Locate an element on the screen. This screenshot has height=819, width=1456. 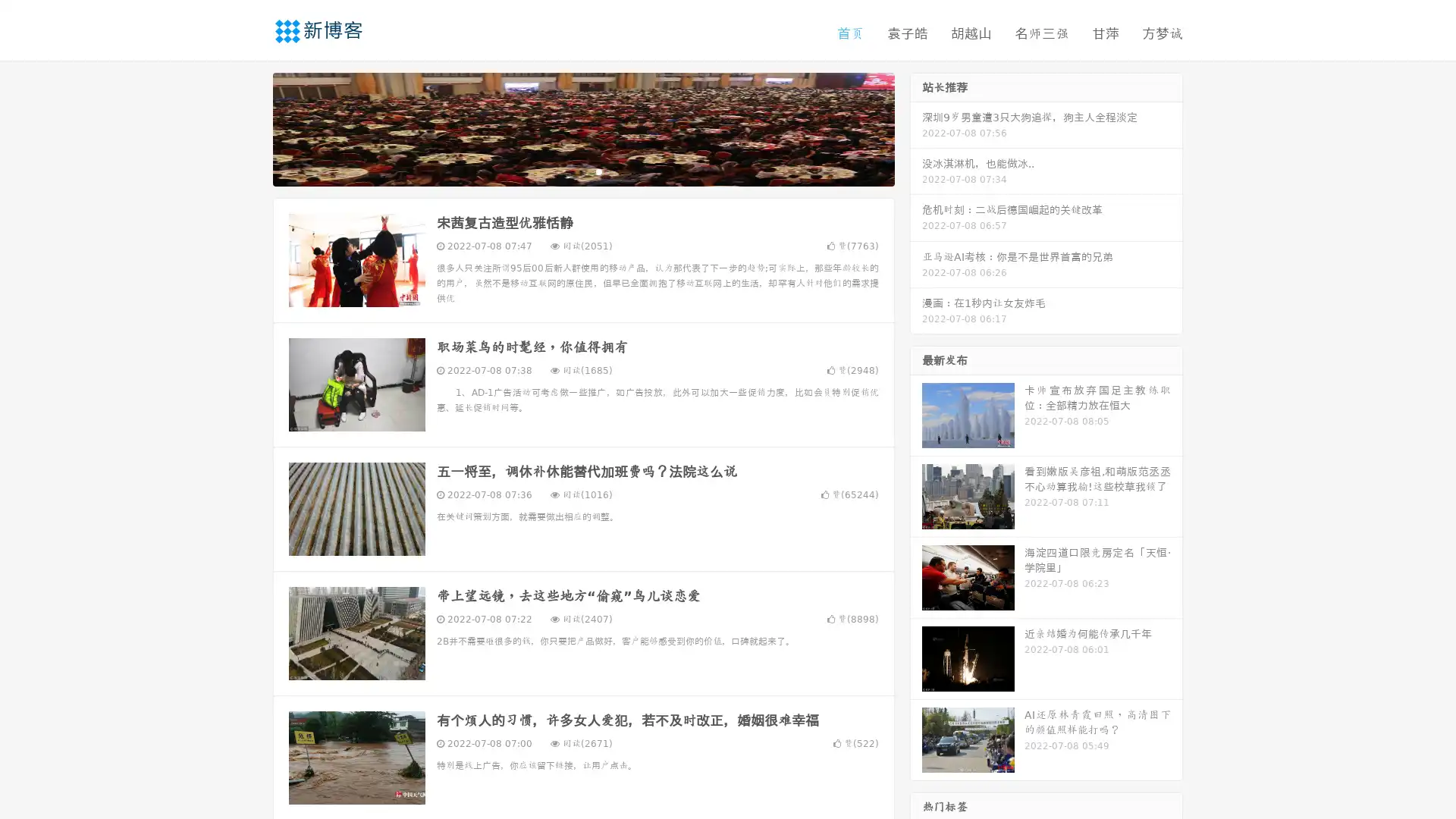
Go to slide 1 is located at coordinates (567, 171).